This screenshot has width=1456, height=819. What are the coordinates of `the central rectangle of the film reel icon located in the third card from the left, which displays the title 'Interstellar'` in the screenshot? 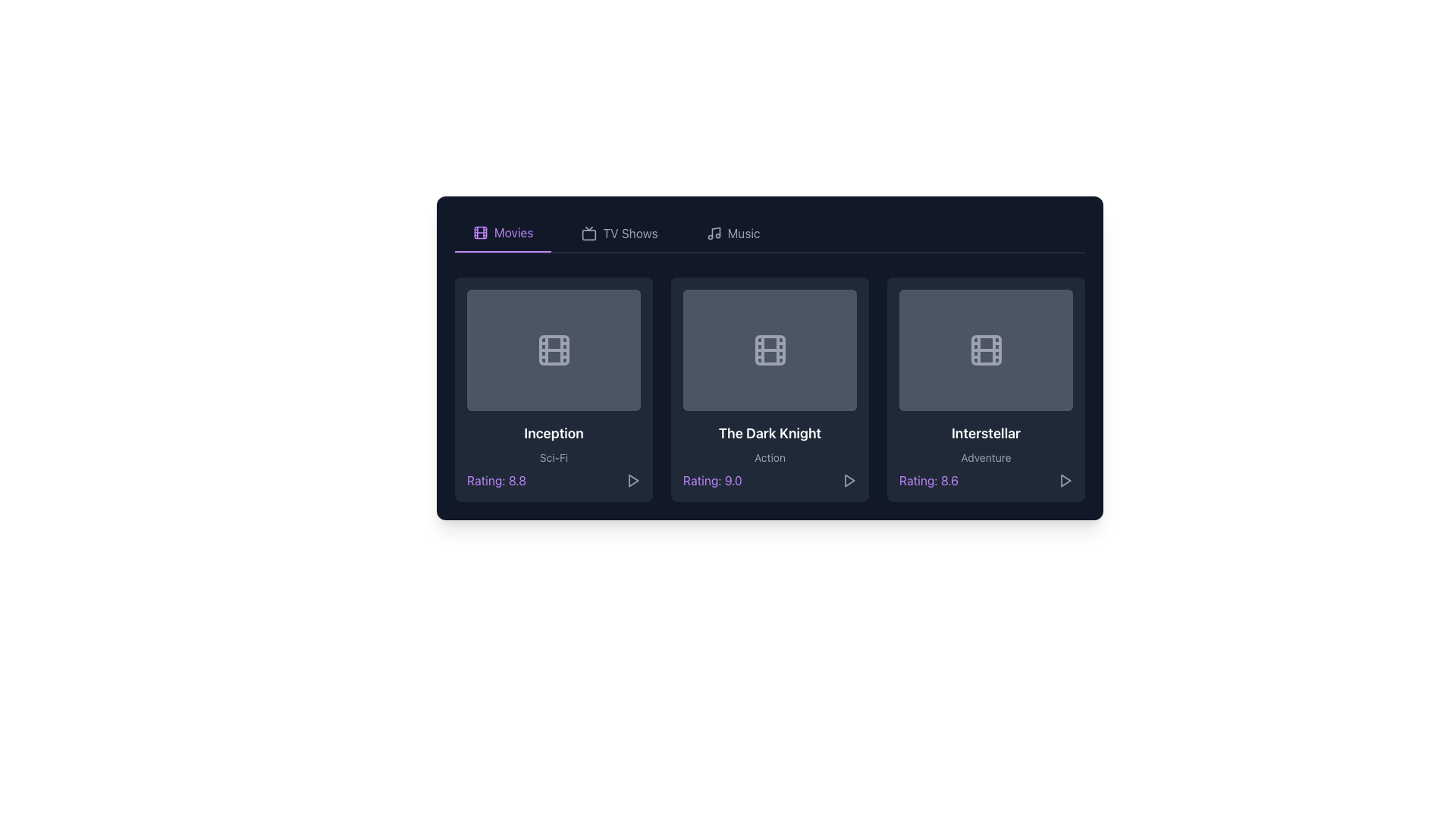 It's located at (986, 350).